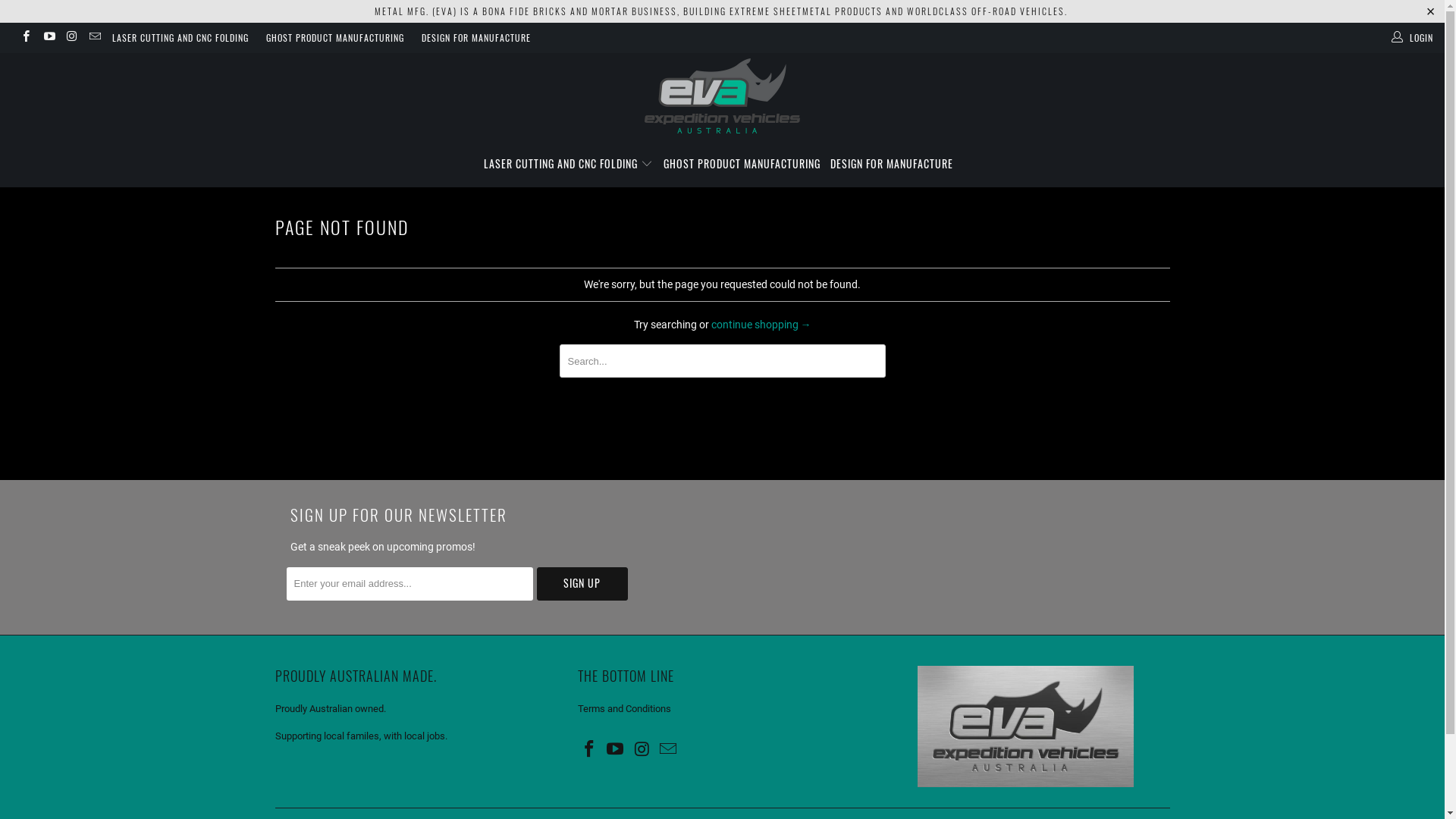 Image resolution: width=1456 pixels, height=819 pixels. I want to click on 'Terms and Conditions', so click(624, 708).